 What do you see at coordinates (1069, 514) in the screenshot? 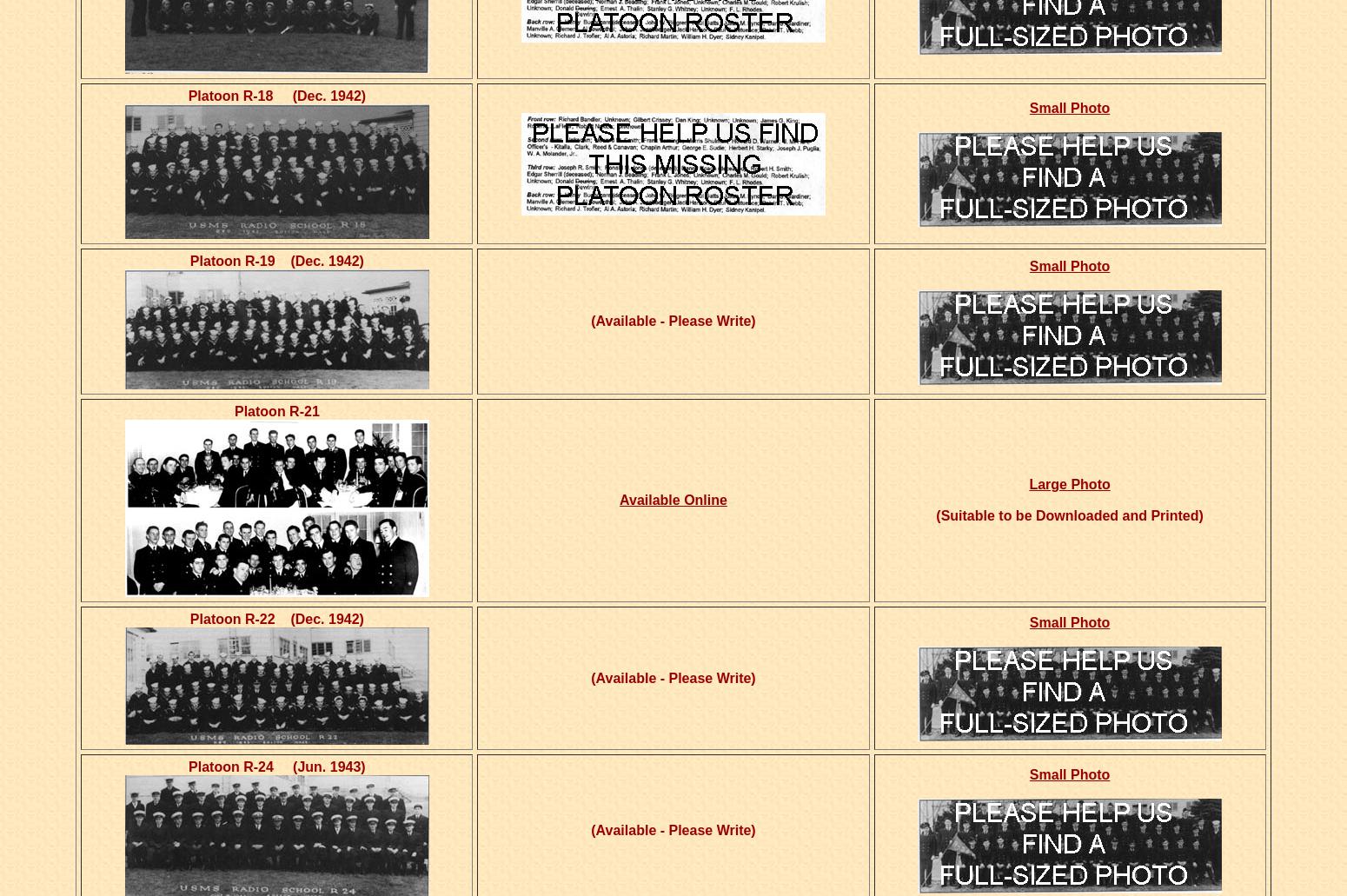
I see `'(Suitable to be Downloaded and Printed)'` at bounding box center [1069, 514].